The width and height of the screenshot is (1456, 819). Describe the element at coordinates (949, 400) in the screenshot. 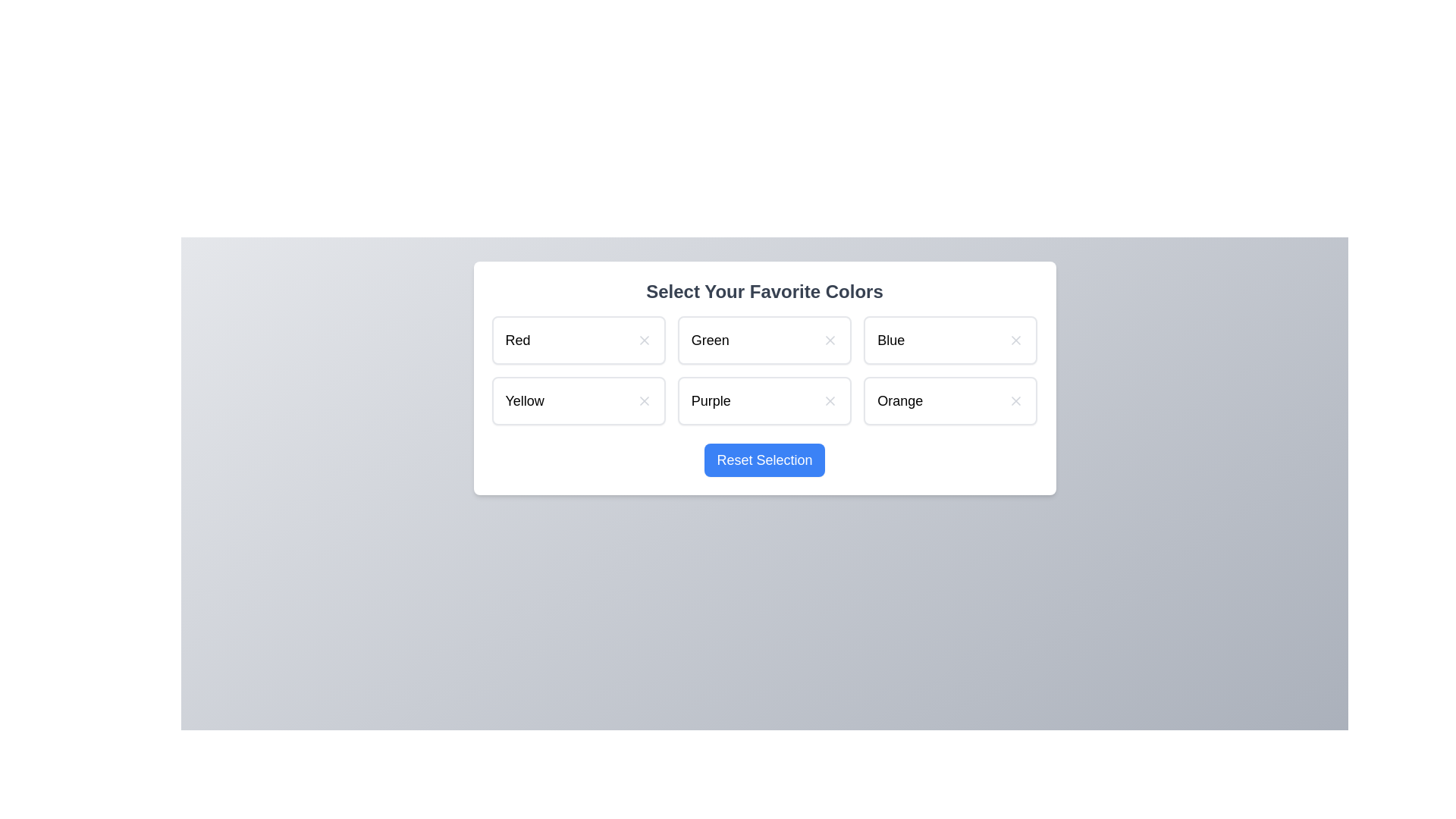

I see `the color item Orange to observe its hover effect` at that location.